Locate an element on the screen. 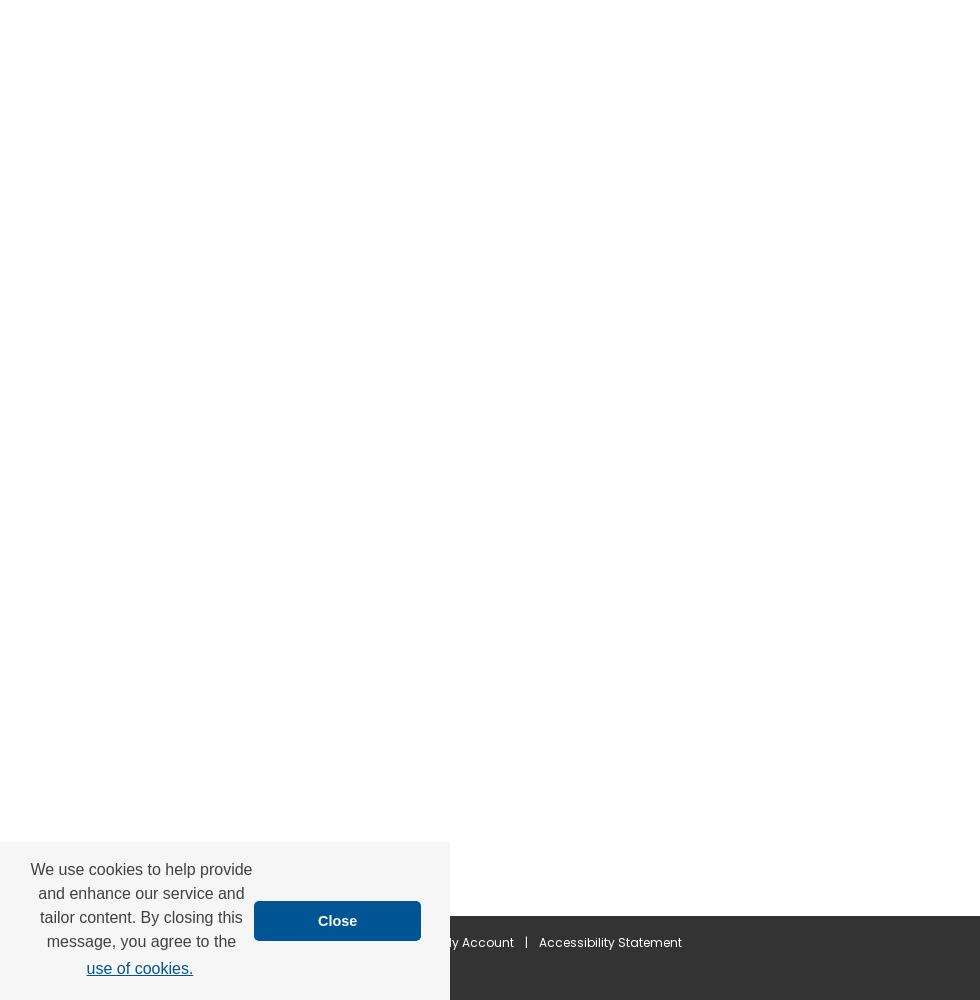  'Close' is located at coordinates (337, 920).